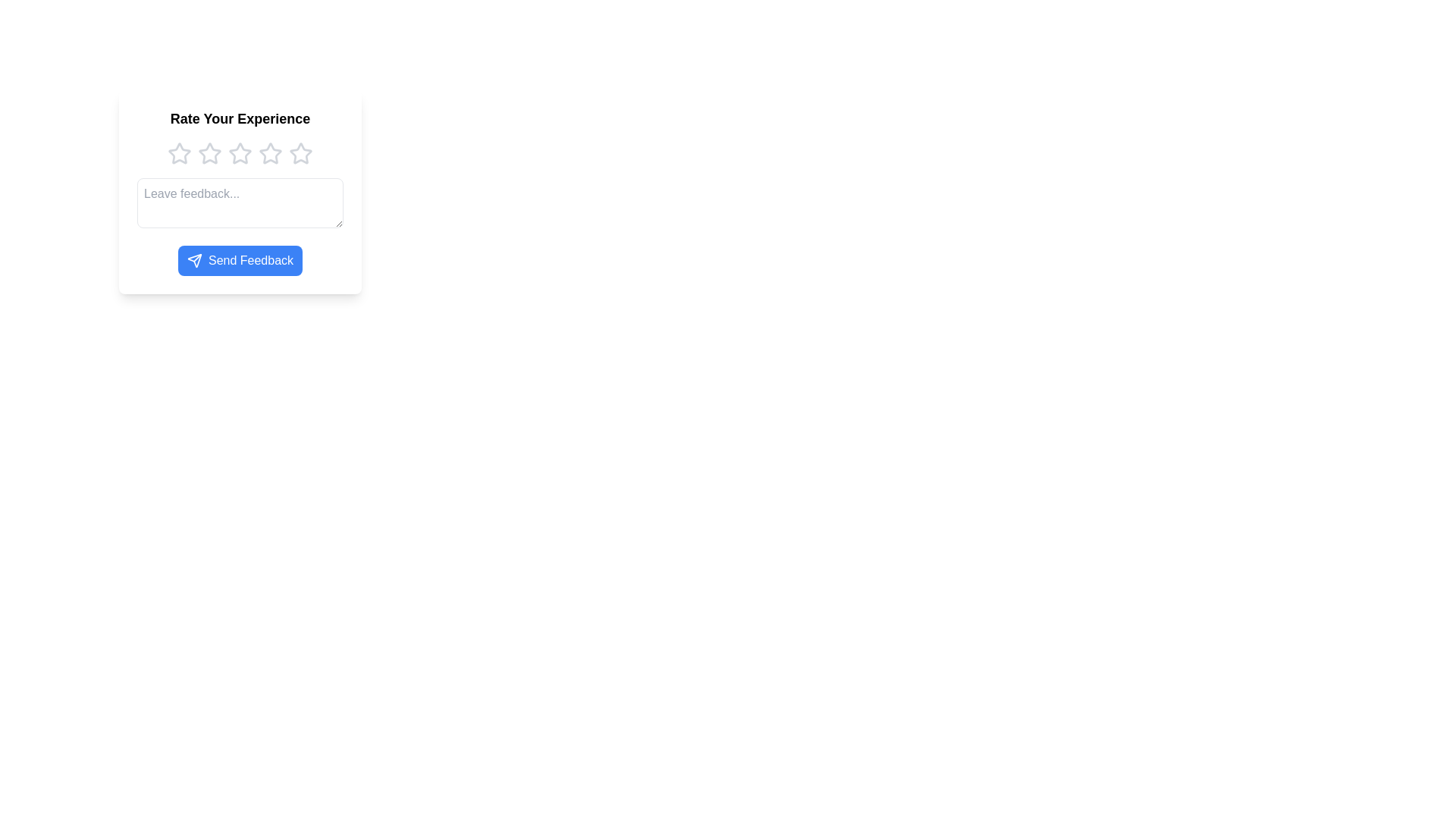 This screenshot has height=819, width=1456. Describe the element at coordinates (270, 153) in the screenshot. I see `the third star icon` at that location.